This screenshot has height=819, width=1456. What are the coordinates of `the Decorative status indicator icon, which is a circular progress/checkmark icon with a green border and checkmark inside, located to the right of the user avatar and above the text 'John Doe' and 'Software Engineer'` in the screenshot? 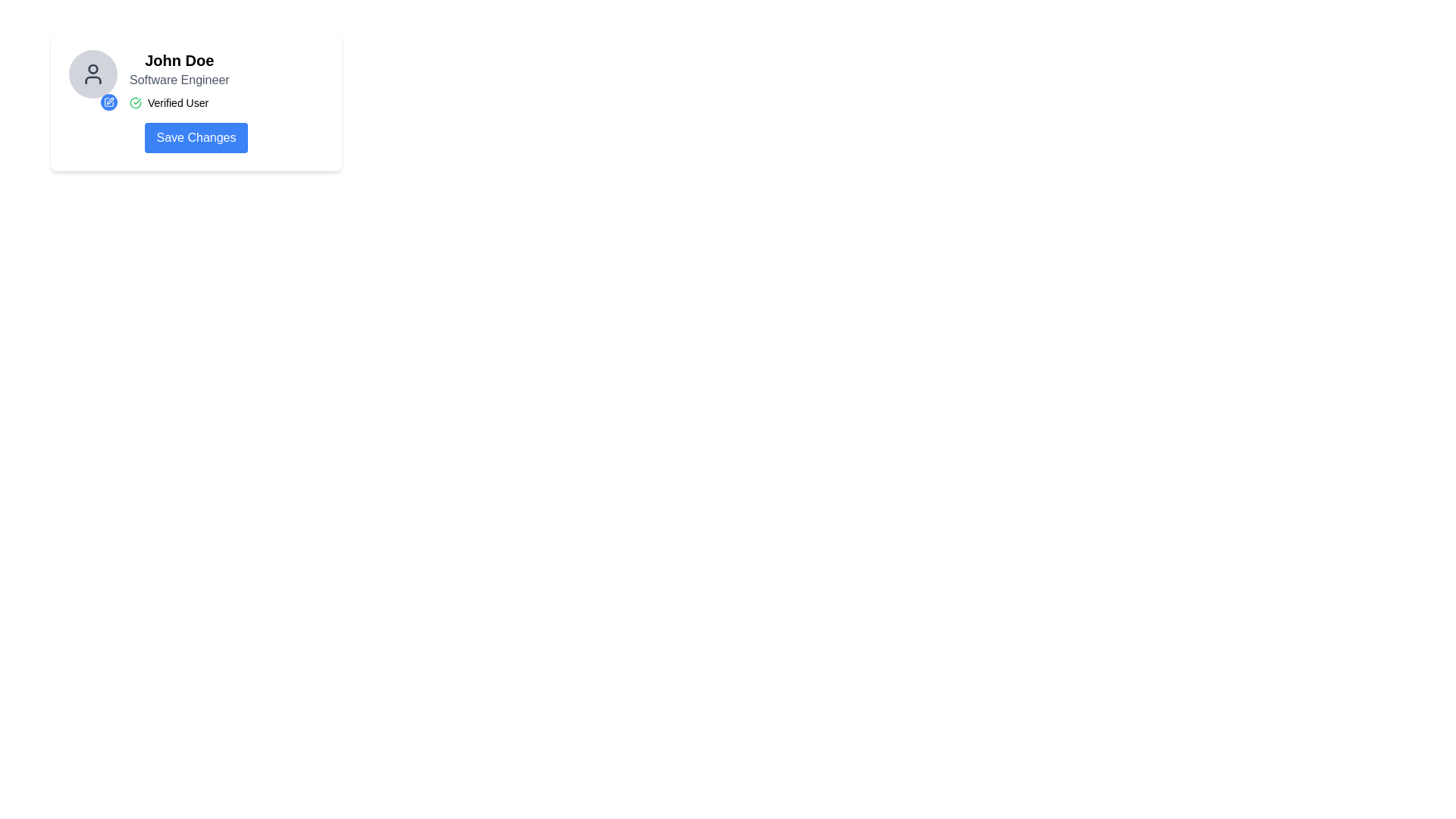 It's located at (135, 102).